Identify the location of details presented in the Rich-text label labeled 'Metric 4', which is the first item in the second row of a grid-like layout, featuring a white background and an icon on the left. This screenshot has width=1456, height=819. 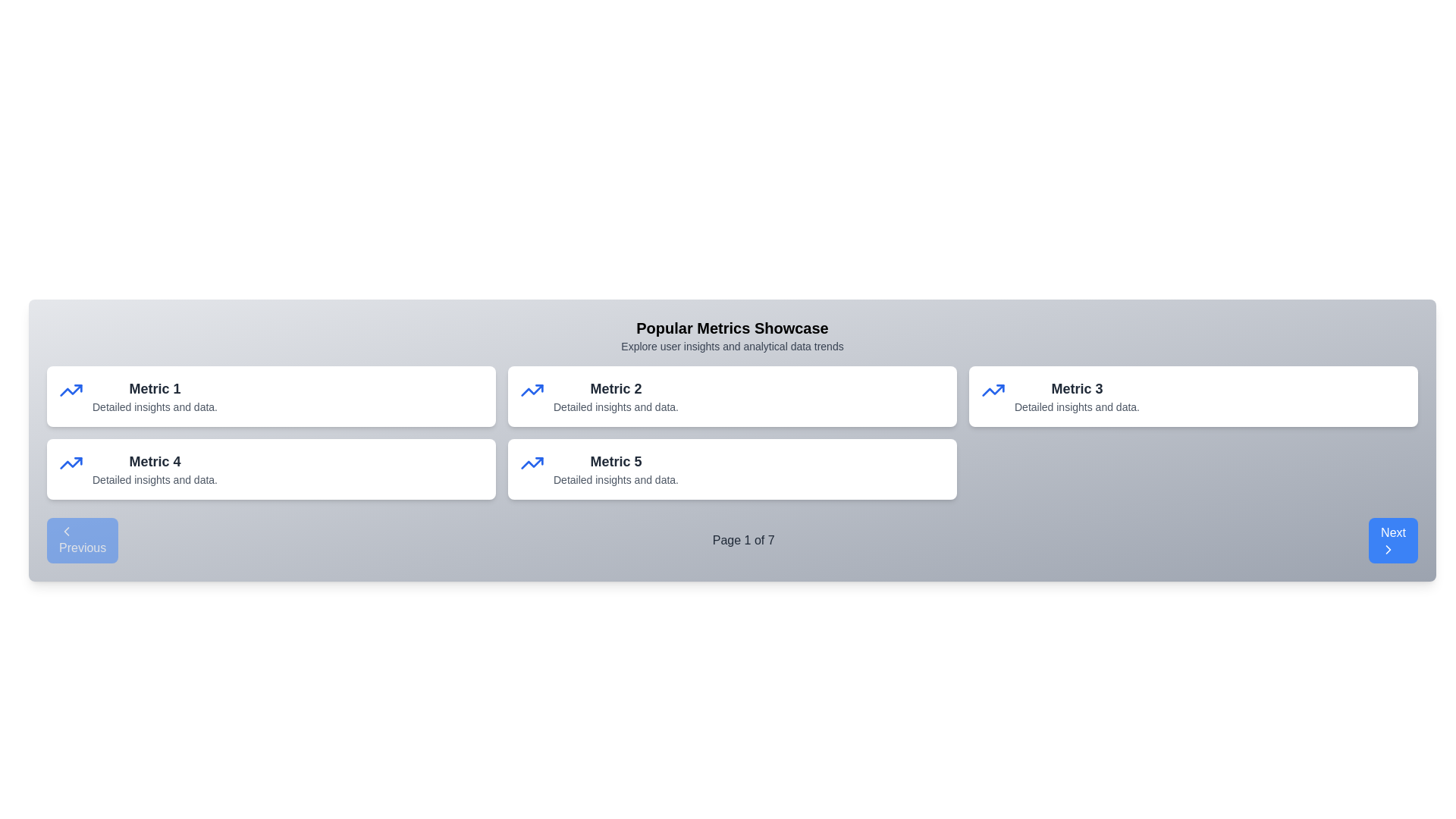
(150, 468).